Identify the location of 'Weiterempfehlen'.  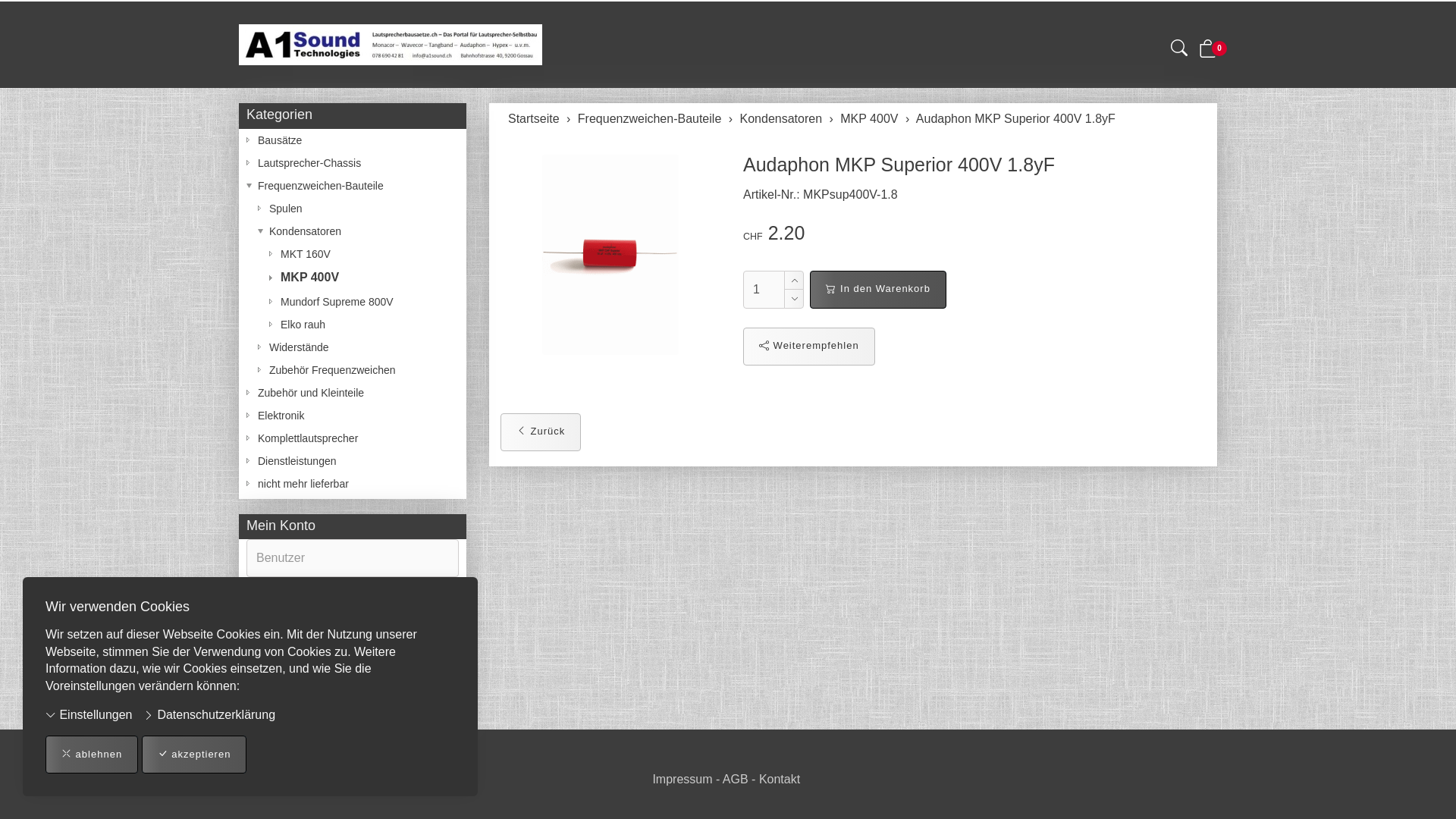
(808, 346).